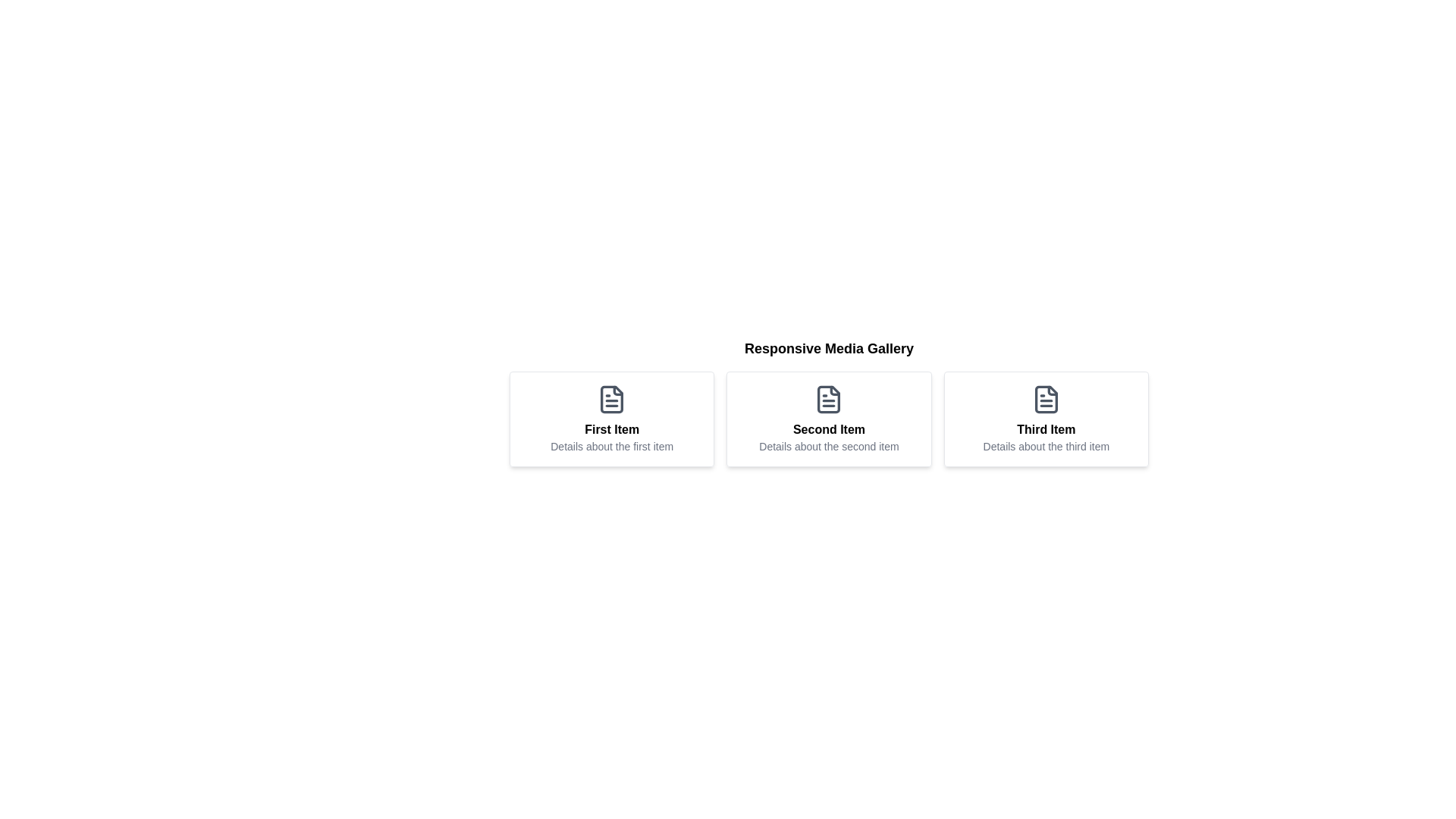  Describe the element at coordinates (1045, 446) in the screenshot. I see `the text label providing additional descriptive information about the 'Third Item' card, located below the bold 'Third Item' title within the third card` at that location.